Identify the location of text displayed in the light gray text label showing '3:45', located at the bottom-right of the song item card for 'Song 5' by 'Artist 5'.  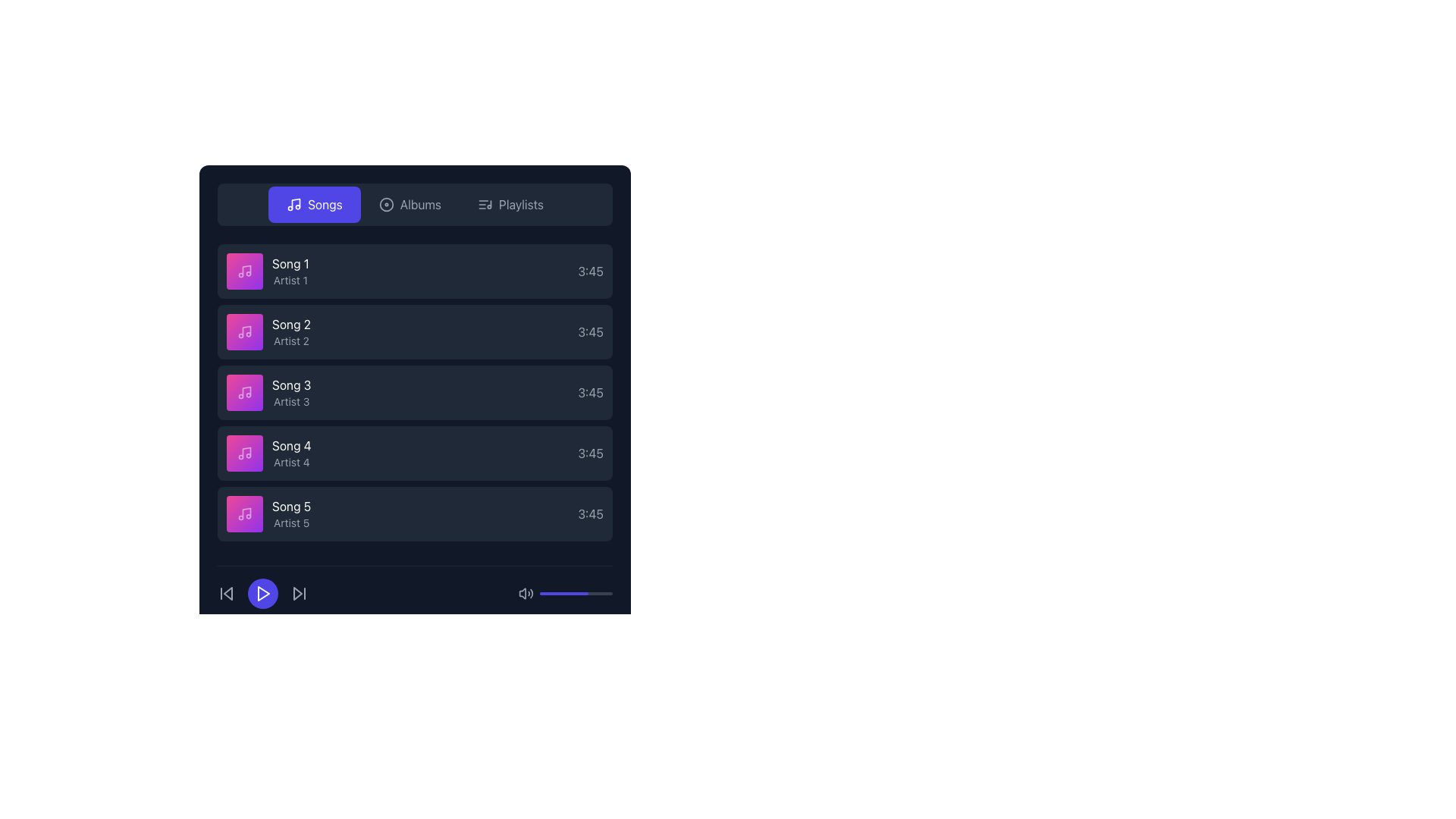
(590, 513).